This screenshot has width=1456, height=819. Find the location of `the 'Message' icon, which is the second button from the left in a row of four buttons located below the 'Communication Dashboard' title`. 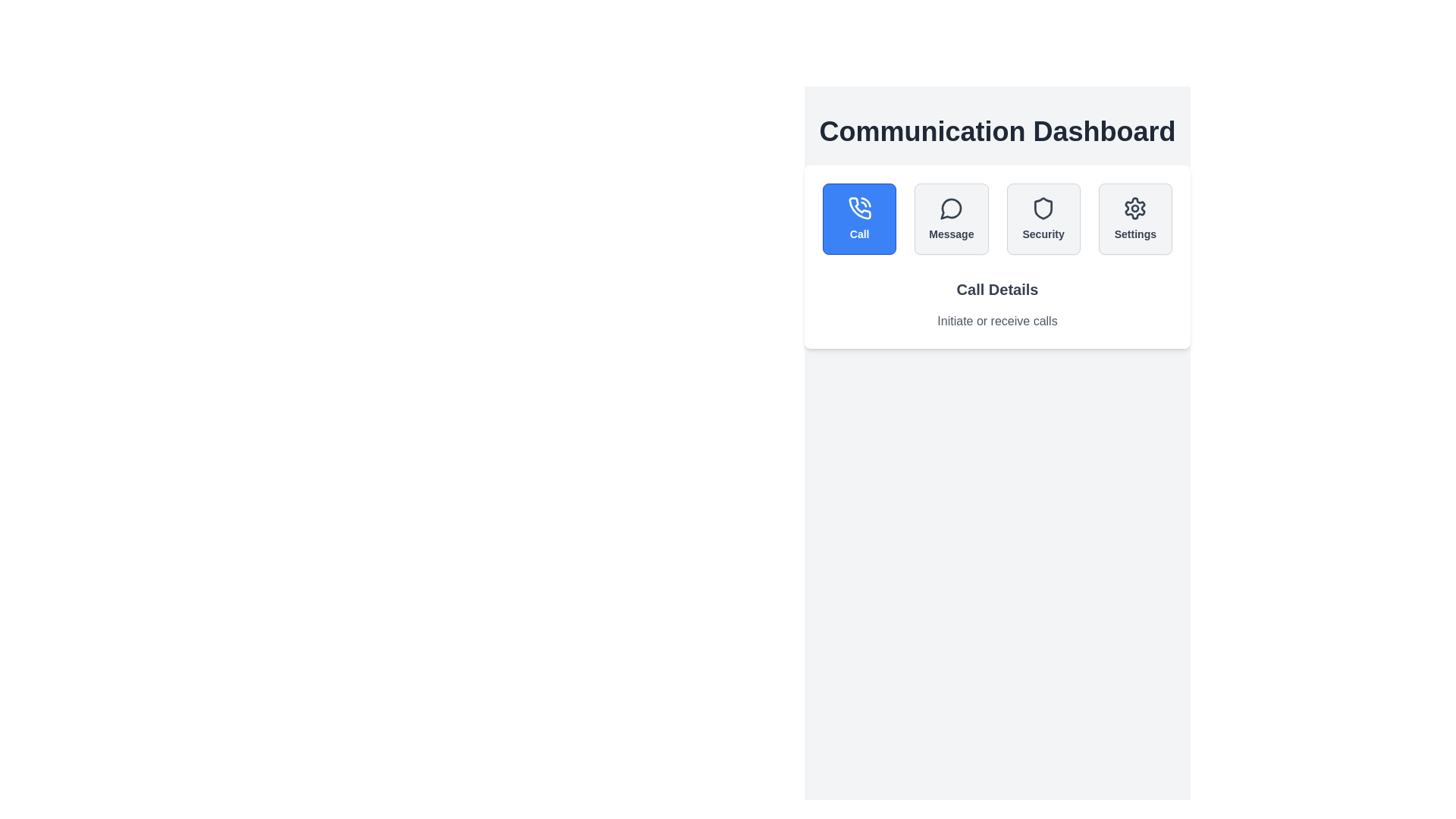

the 'Message' icon, which is the second button from the left in a row of four buttons located below the 'Communication Dashboard' title is located at coordinates (950, 209).